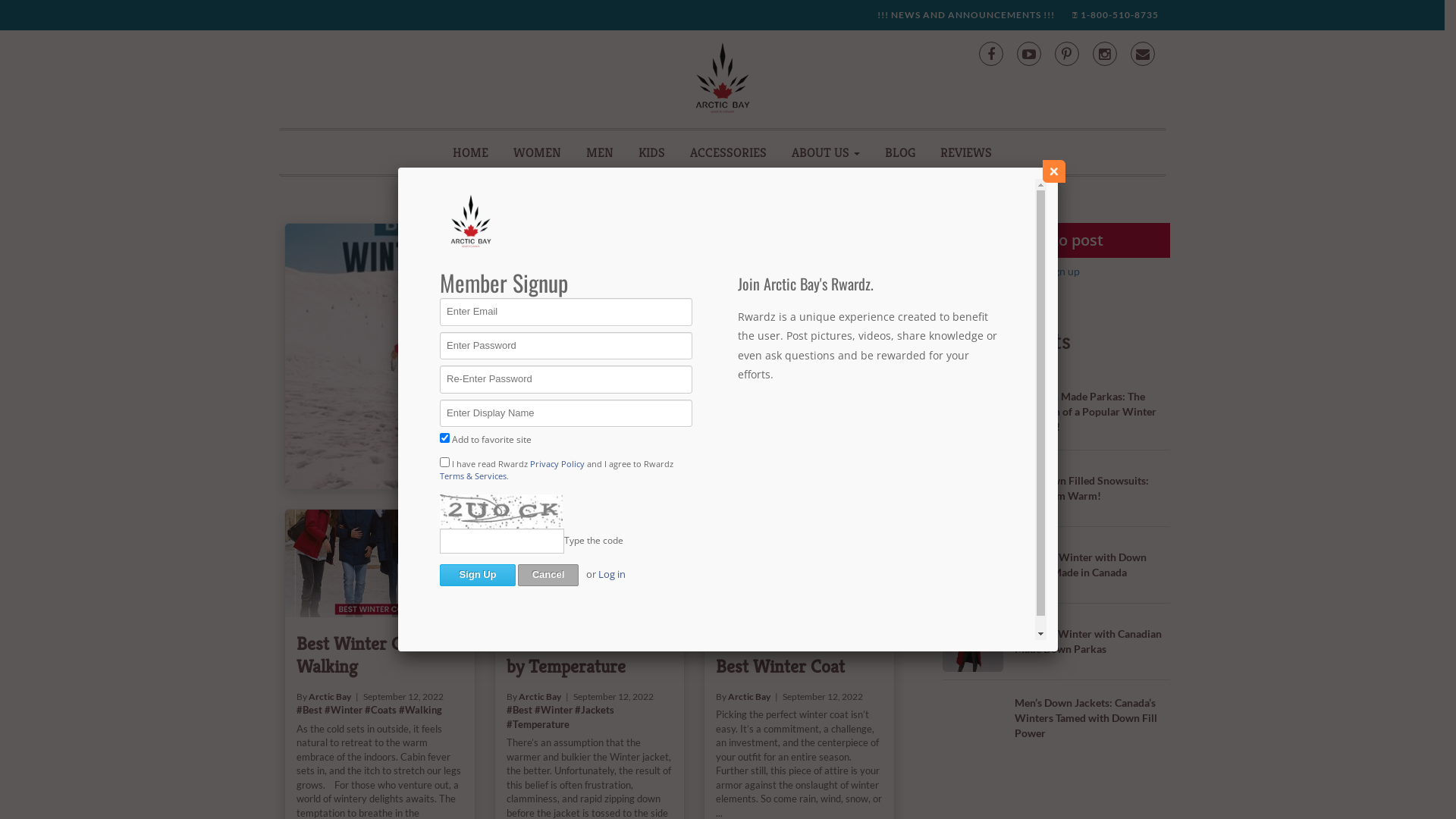 This screenshot has height=819, width=1456. I want to click on 'How to Choose the Best Winter Coat', so click(786, 654).